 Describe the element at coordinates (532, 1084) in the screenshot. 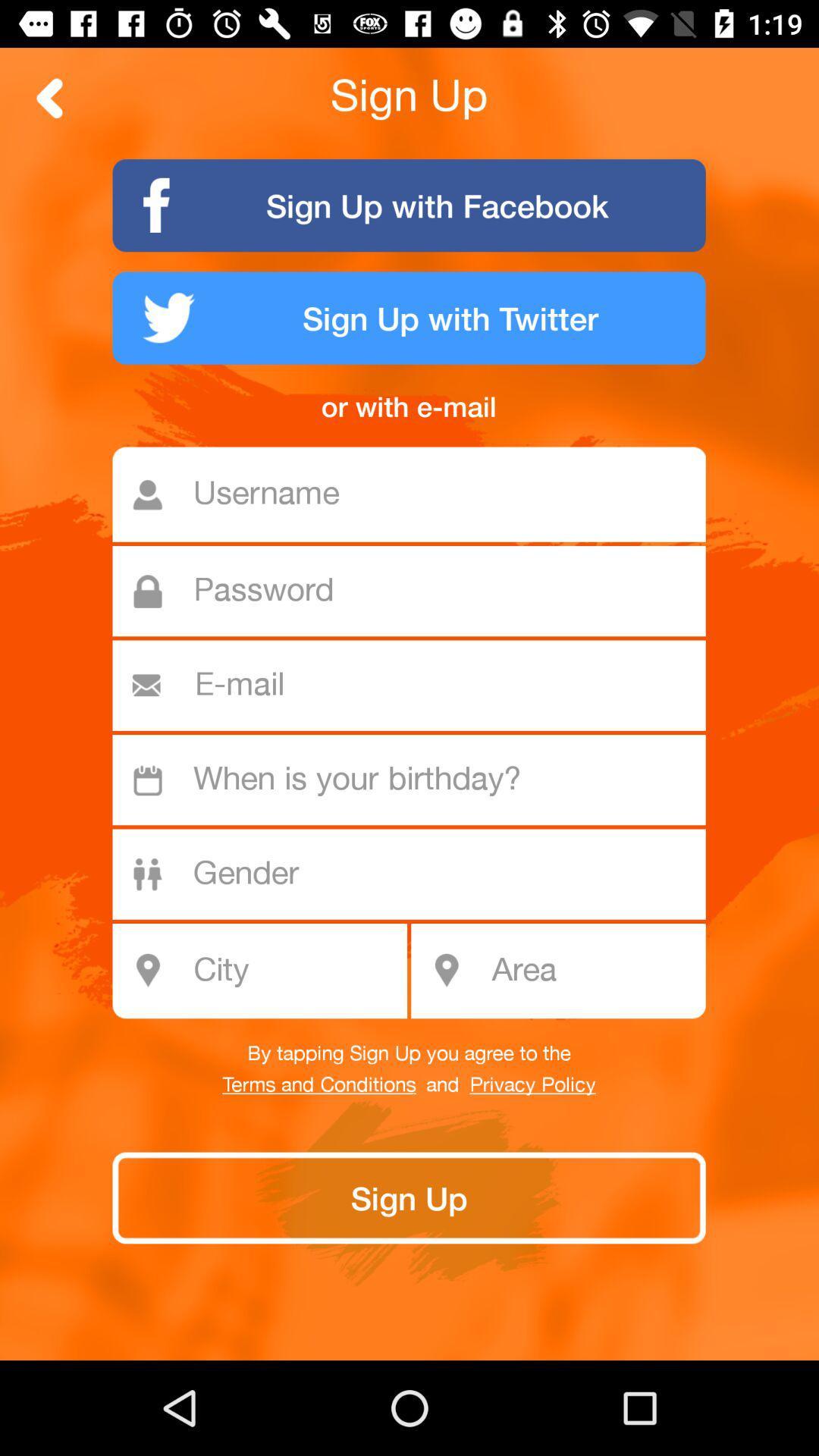

I see `the item next to and item` at that location.